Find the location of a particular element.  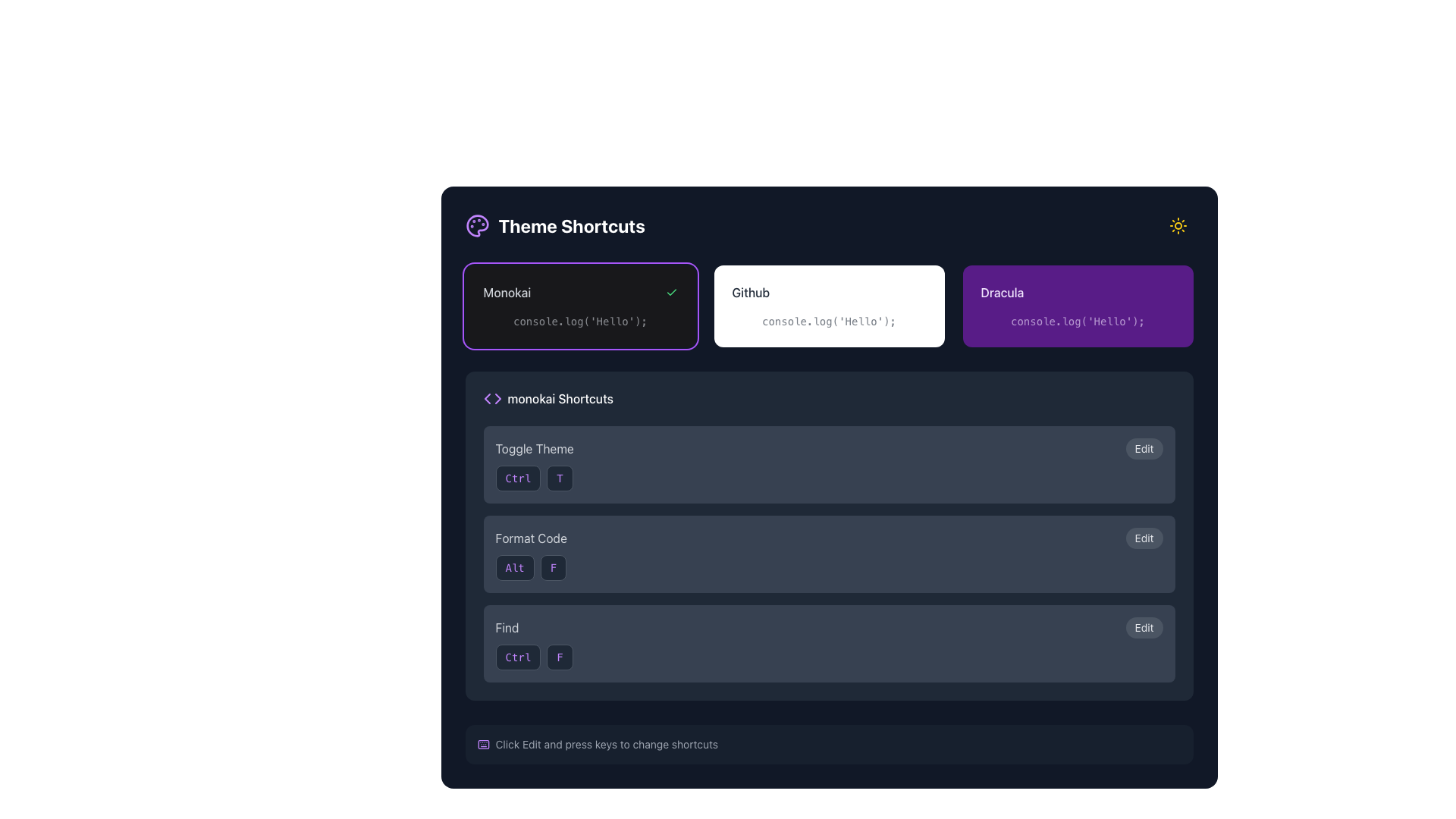

the second button in the 'Toggle Theme' section of the 'monokai Shortcuts' grouping is located at coordinates (559, 479).